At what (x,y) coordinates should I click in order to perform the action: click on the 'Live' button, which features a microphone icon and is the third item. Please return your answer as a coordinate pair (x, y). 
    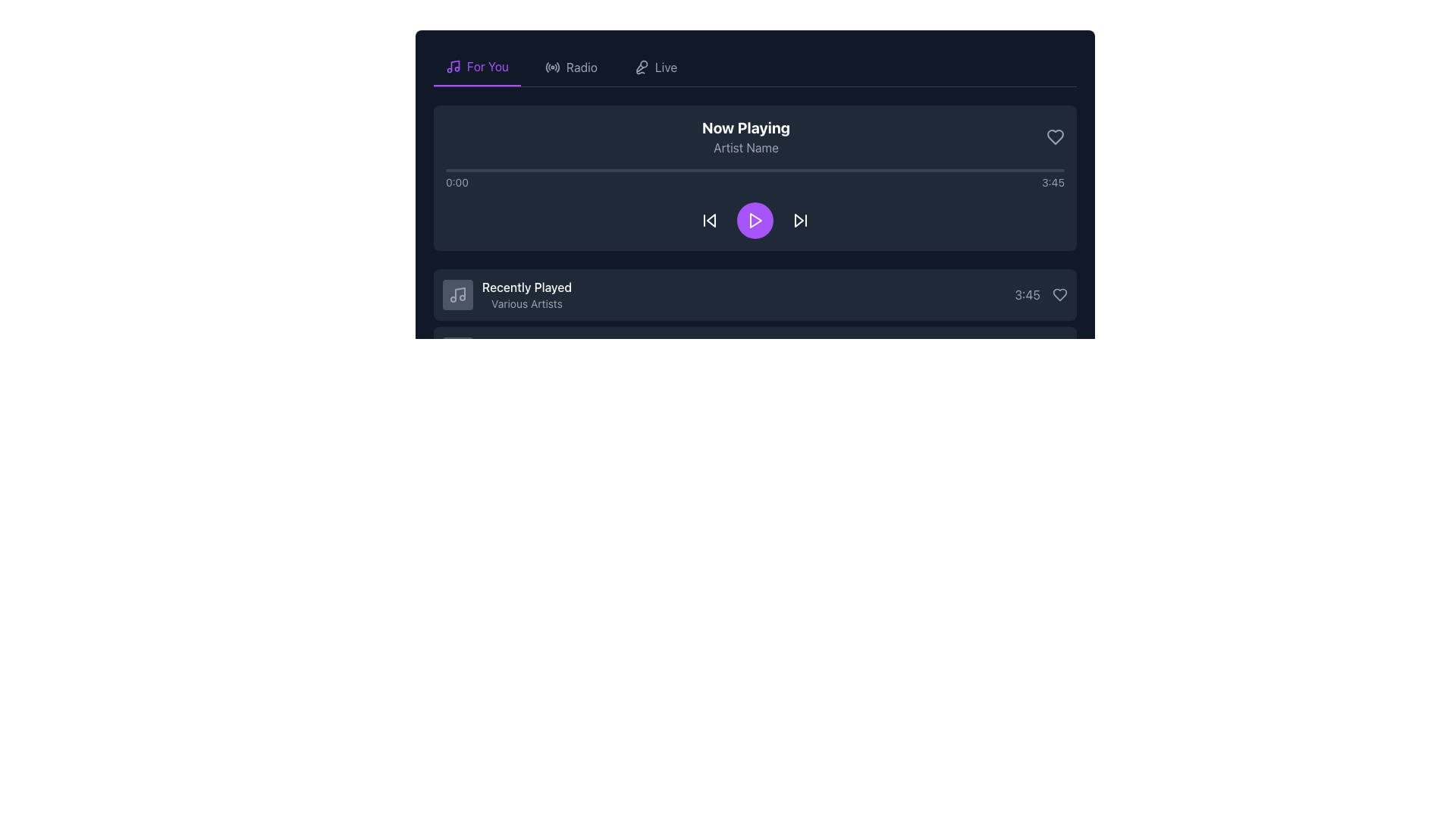
    Looking at the image, I should click on (655, 66).